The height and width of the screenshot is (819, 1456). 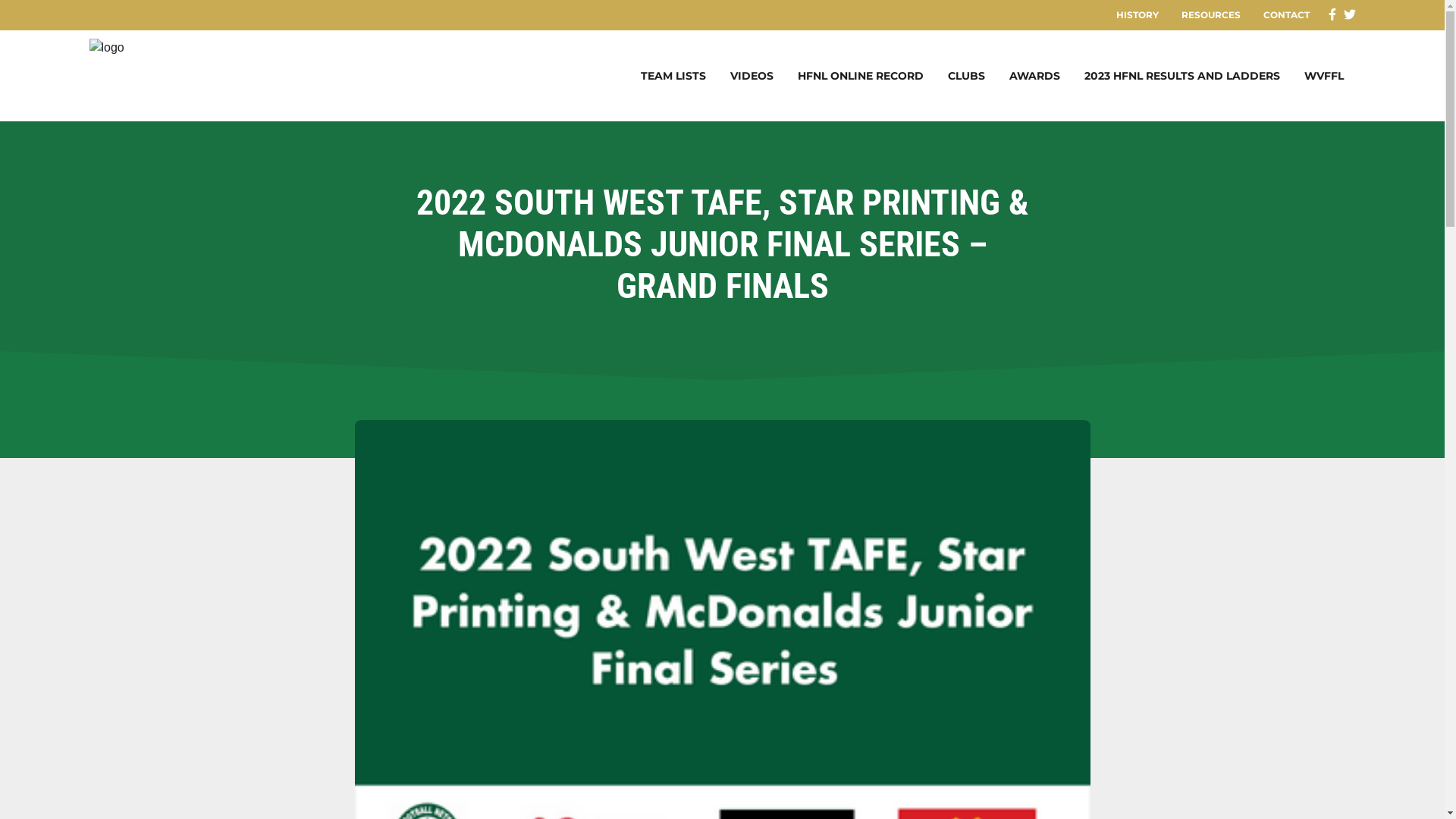 What do you see at coordinates (786, 76) in the screenshot?
I see `'HFNL ONLINE RECORD'` at bounding box center [786, 76].